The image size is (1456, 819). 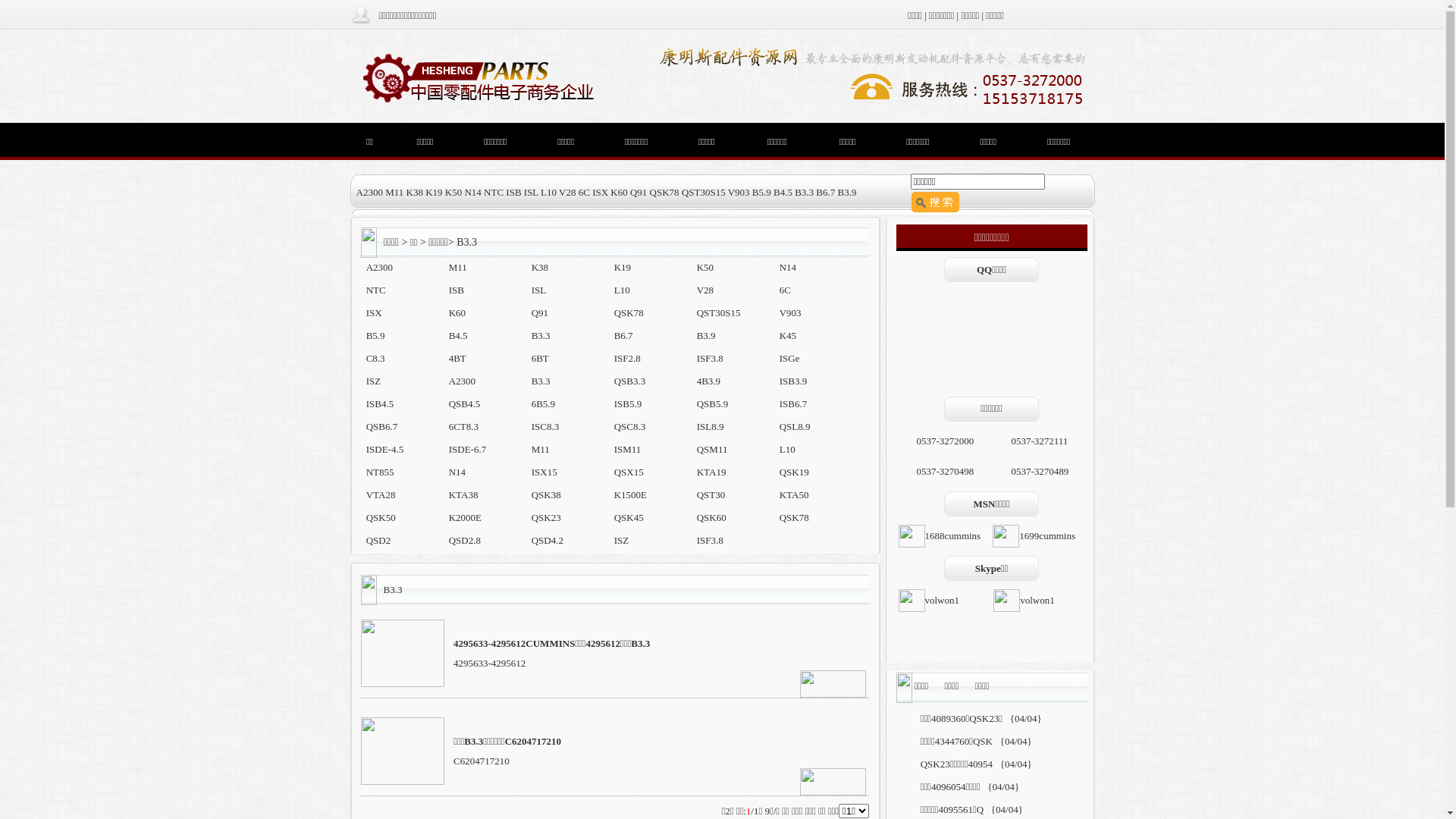 I want to click on 'K50', so click(x=704, y=266).